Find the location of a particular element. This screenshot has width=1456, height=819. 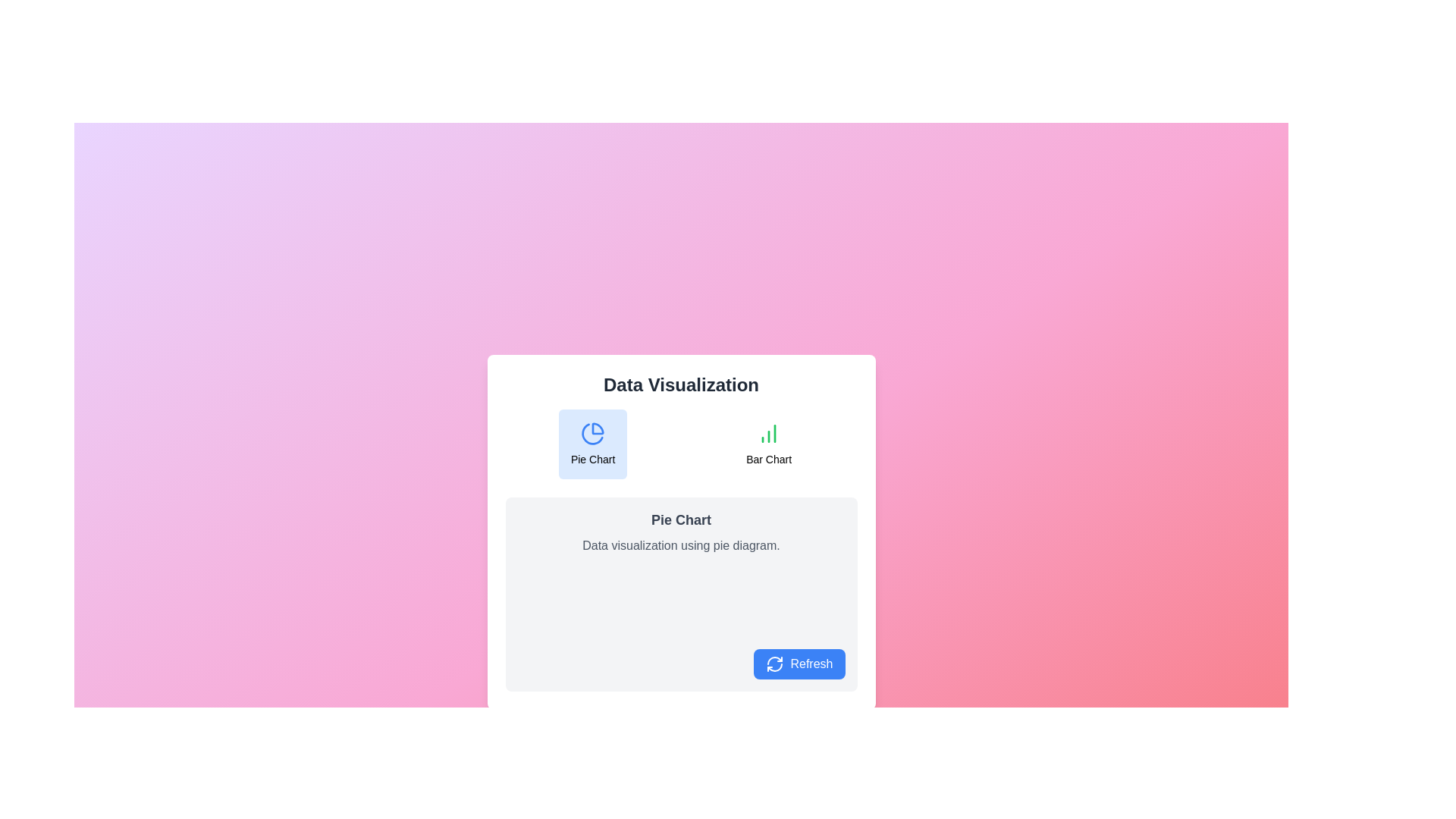

the descriptive text label located below the bar chart icon in the 'Data Visualization' card is located at coordinates (769, 458).